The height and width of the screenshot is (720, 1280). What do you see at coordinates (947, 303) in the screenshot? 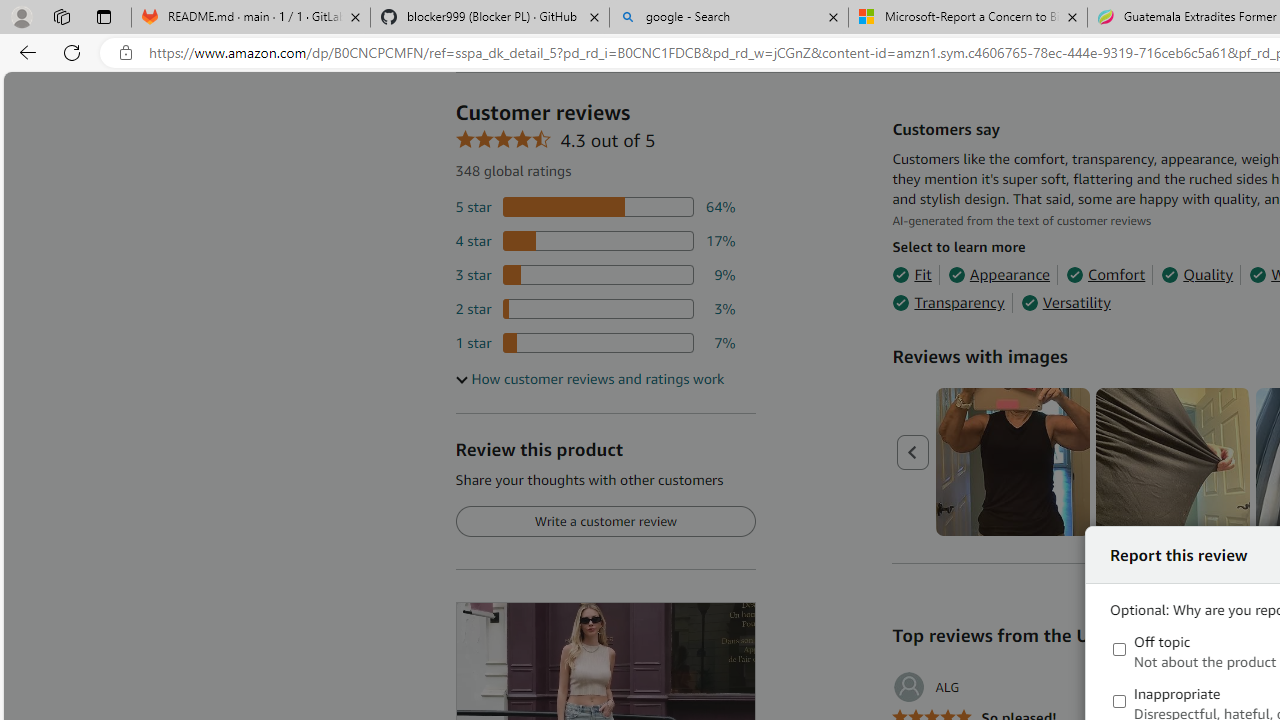
I see `'Transparency'` at bounding box center [947, 303].